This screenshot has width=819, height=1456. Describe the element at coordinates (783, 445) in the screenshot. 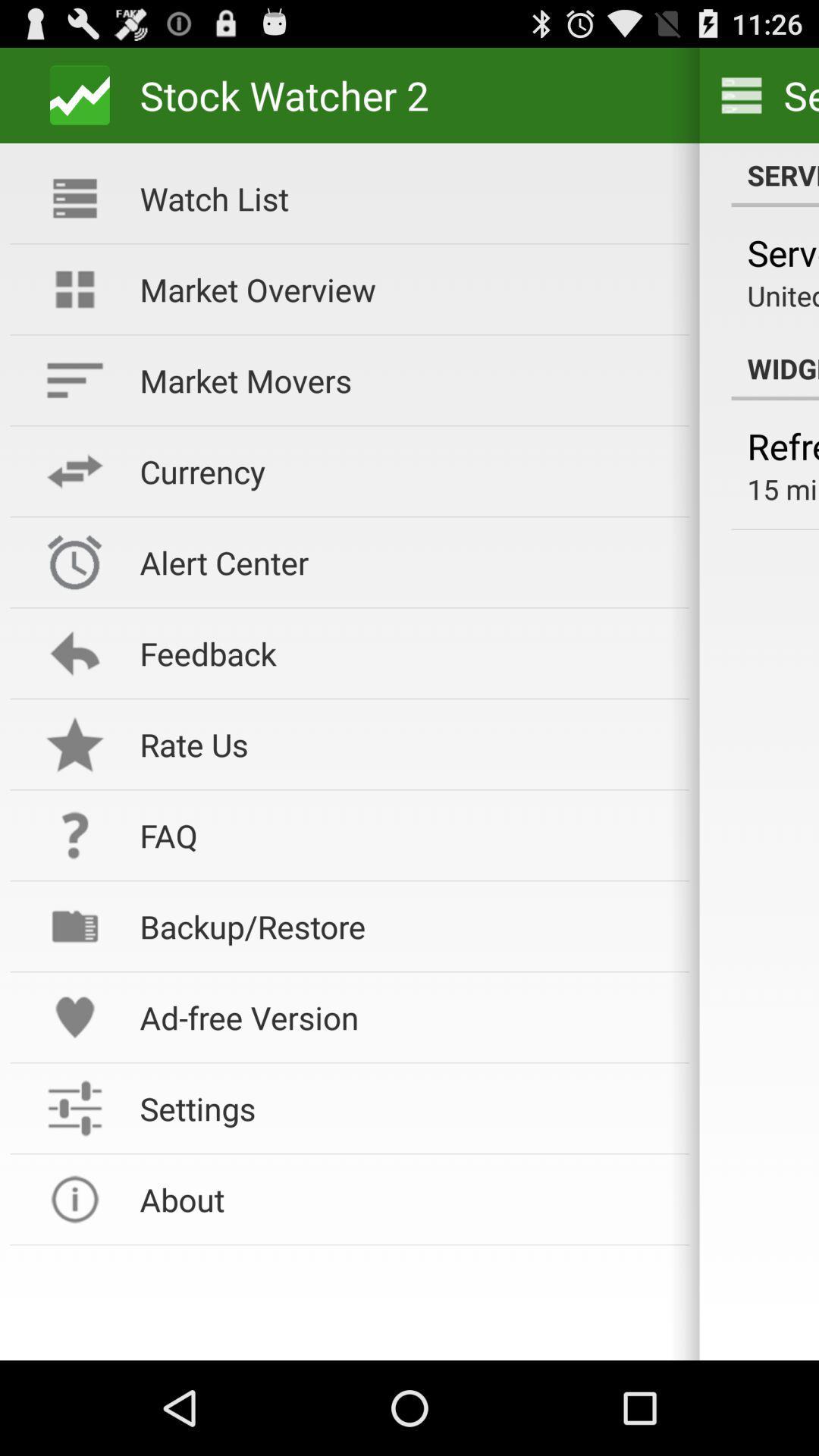

I see `icon above 15 minutes` at that location.